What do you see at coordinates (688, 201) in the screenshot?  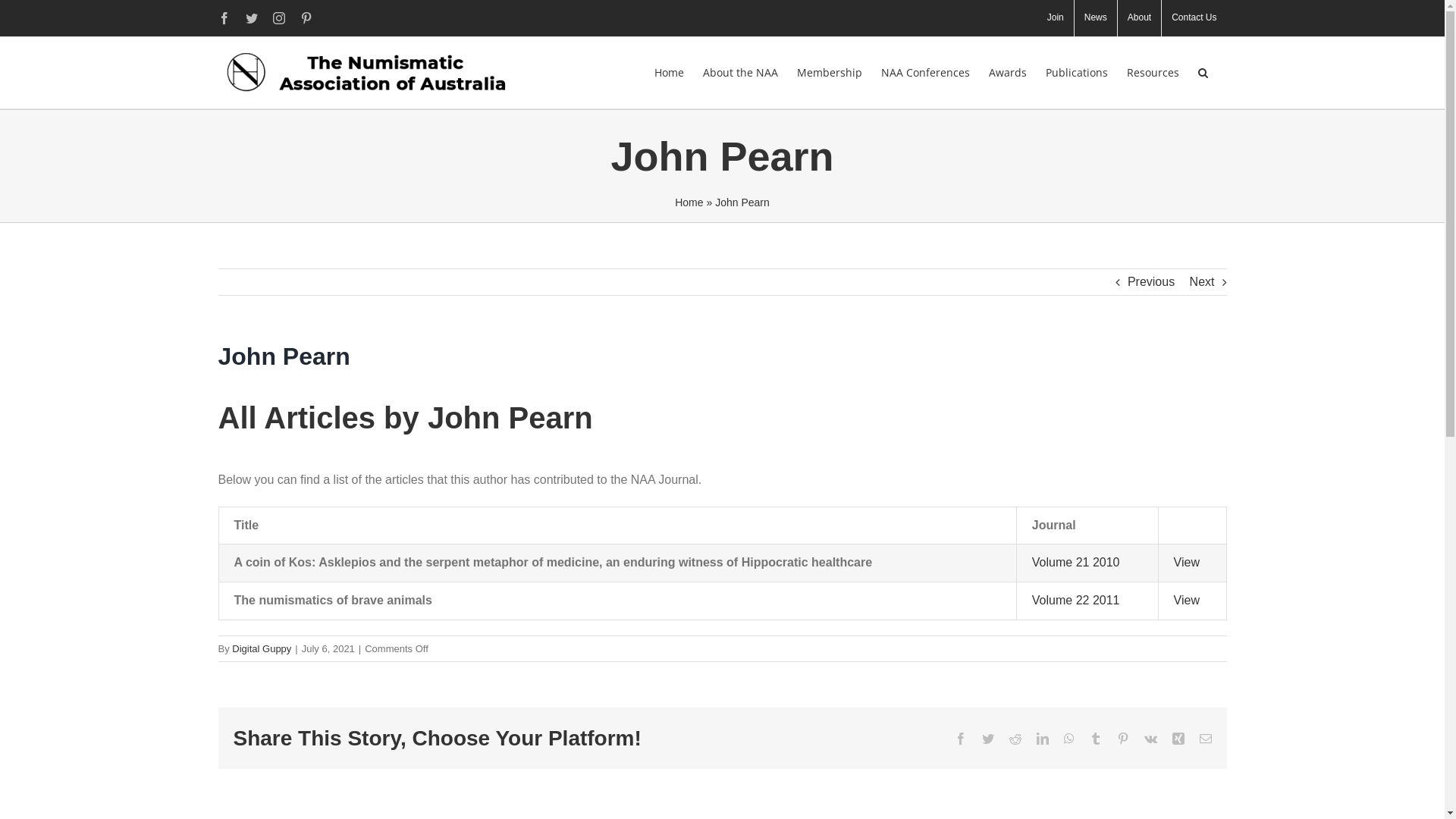 I see `'Home'` at bounding box center [688, 201].